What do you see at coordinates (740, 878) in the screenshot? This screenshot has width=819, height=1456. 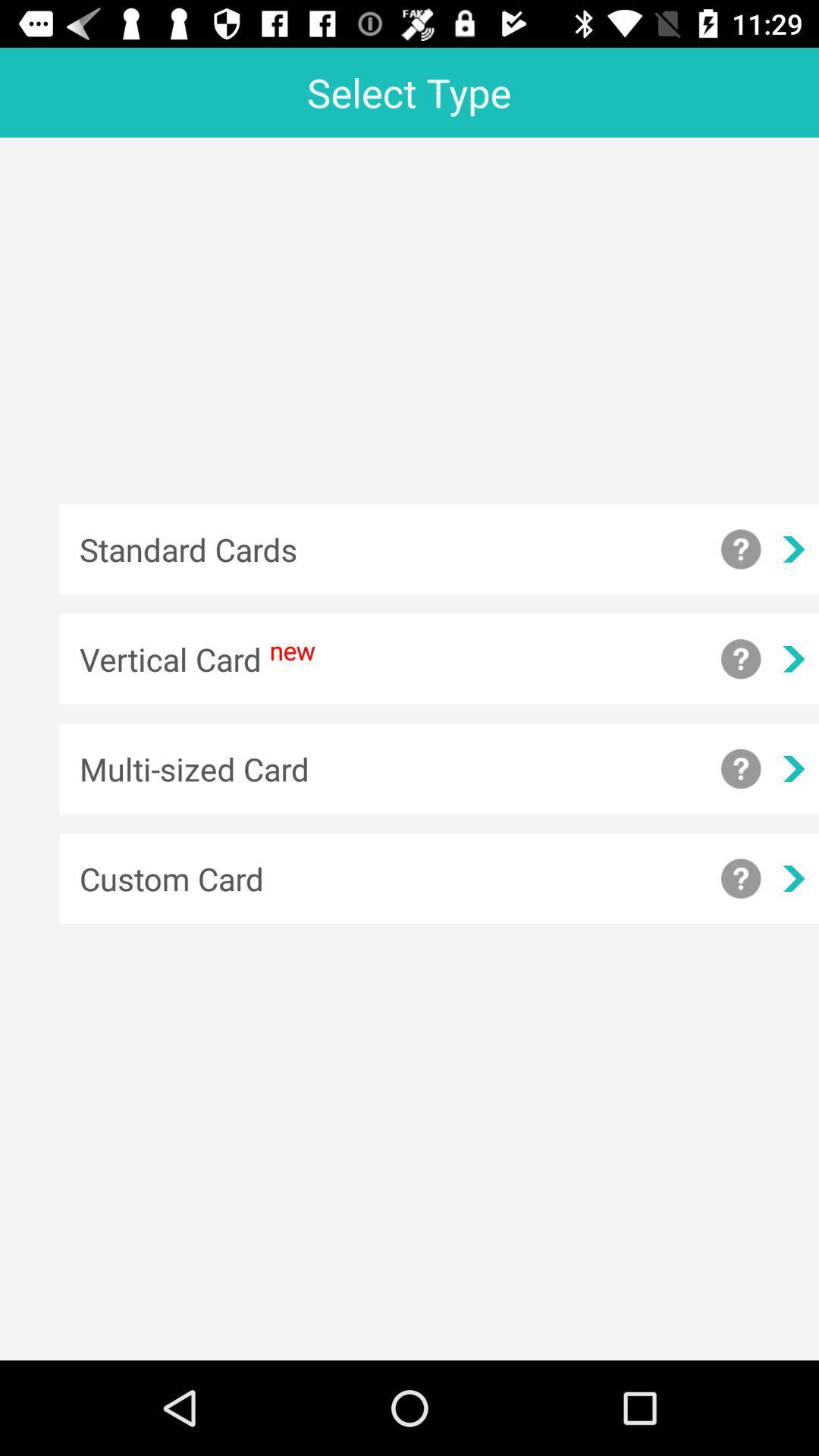 I see `get additional information about a custom card` at bounding box center [740, 878].